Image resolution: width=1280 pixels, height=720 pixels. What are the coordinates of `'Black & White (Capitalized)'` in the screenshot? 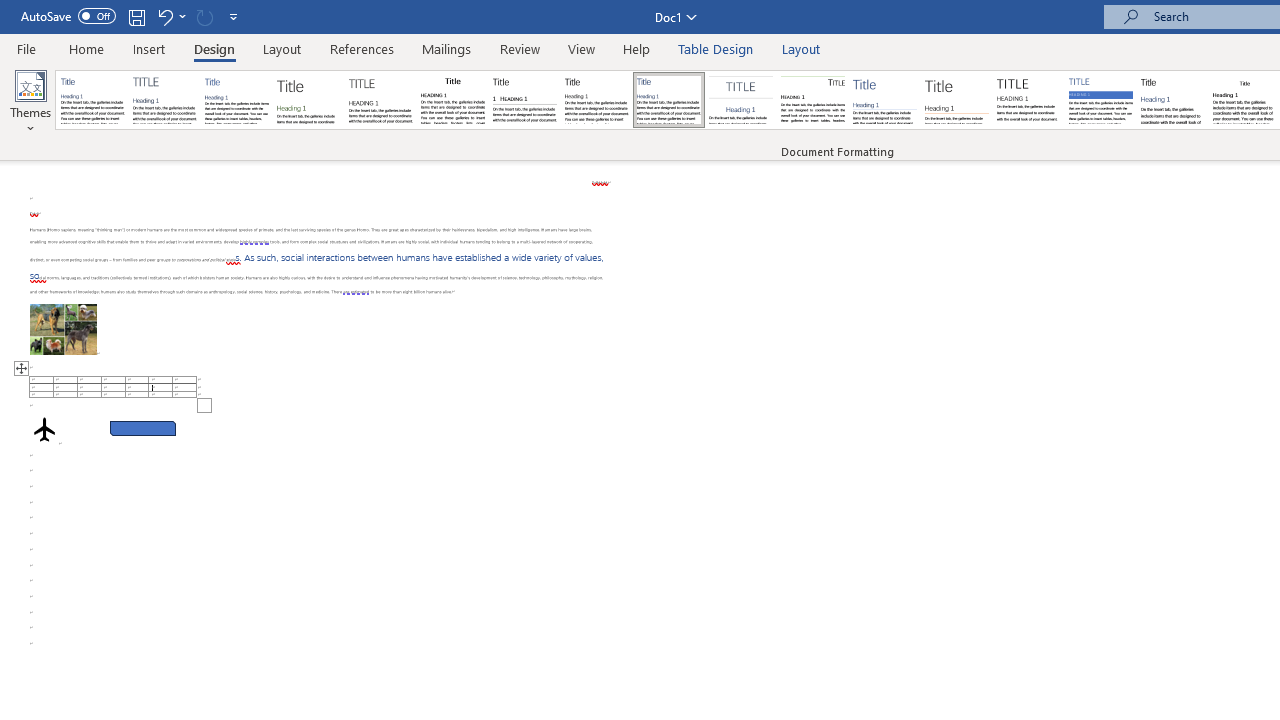 It's located at (381, 100).